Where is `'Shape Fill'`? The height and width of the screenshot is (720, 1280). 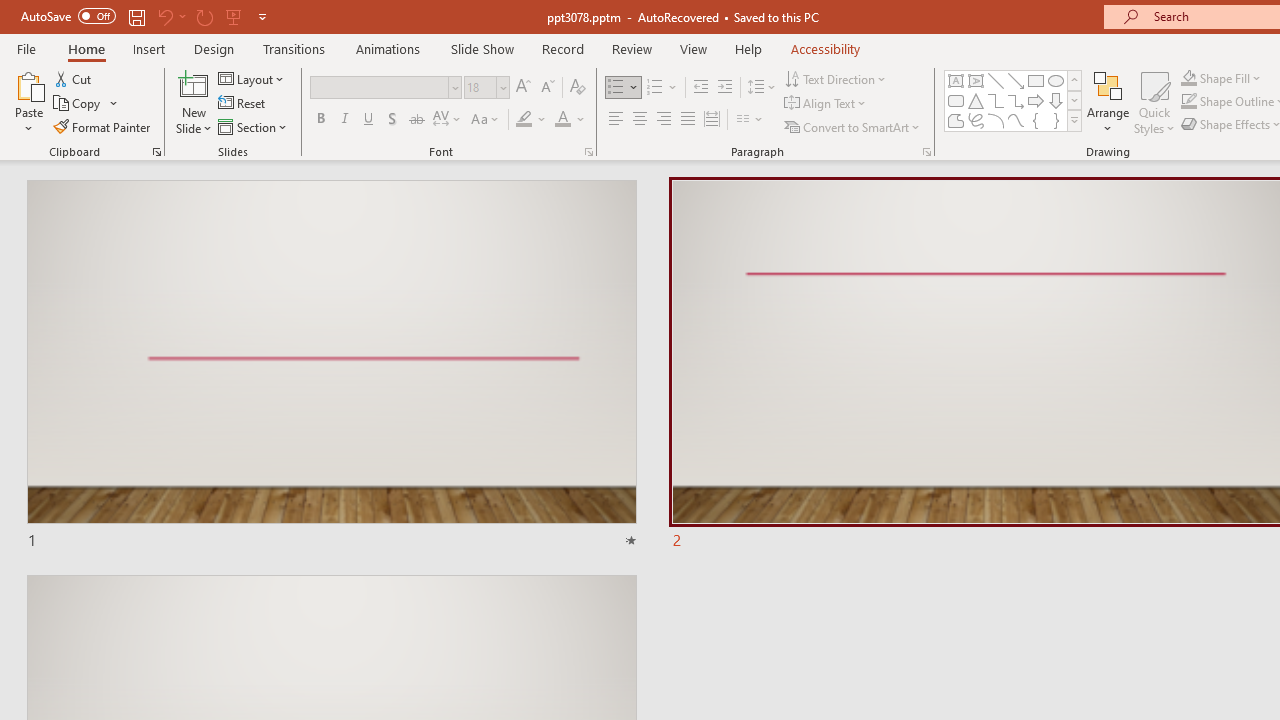
'Shape Fill' is located at coordinates (1220, 77).